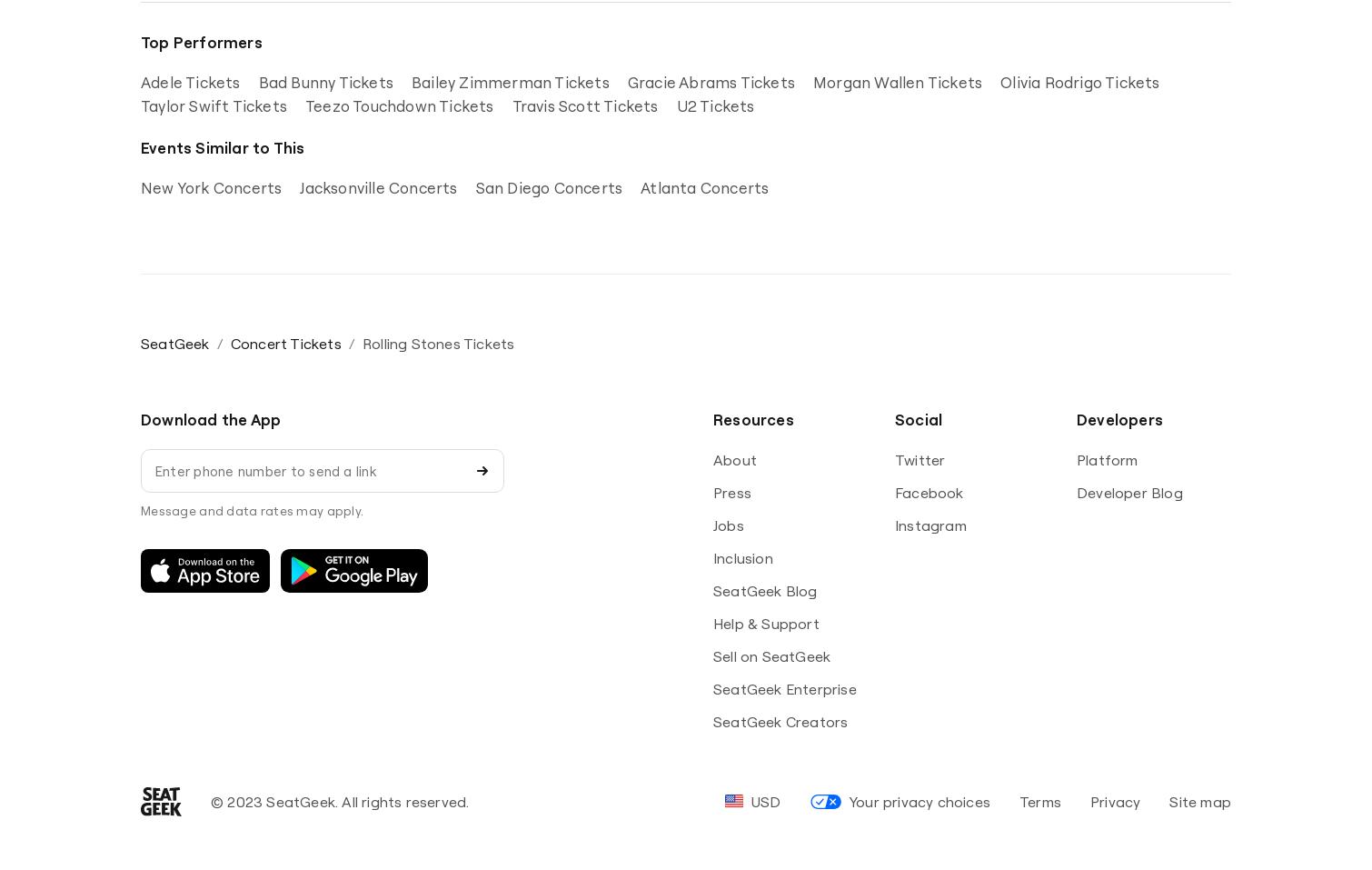 The width and height of the screenshot is (1372, 870). I want to click on 'Social', so click(894, 418).